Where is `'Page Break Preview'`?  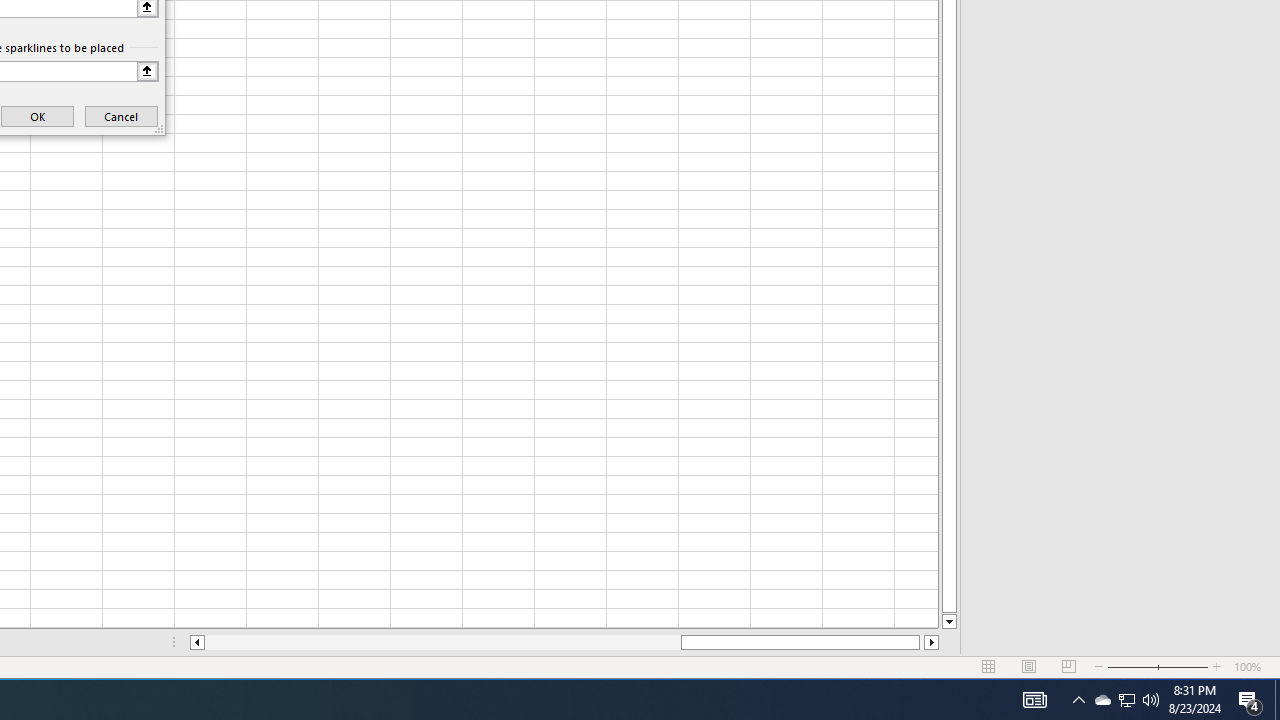
'Page Break Preview' is located at coordinates (1068, 667).